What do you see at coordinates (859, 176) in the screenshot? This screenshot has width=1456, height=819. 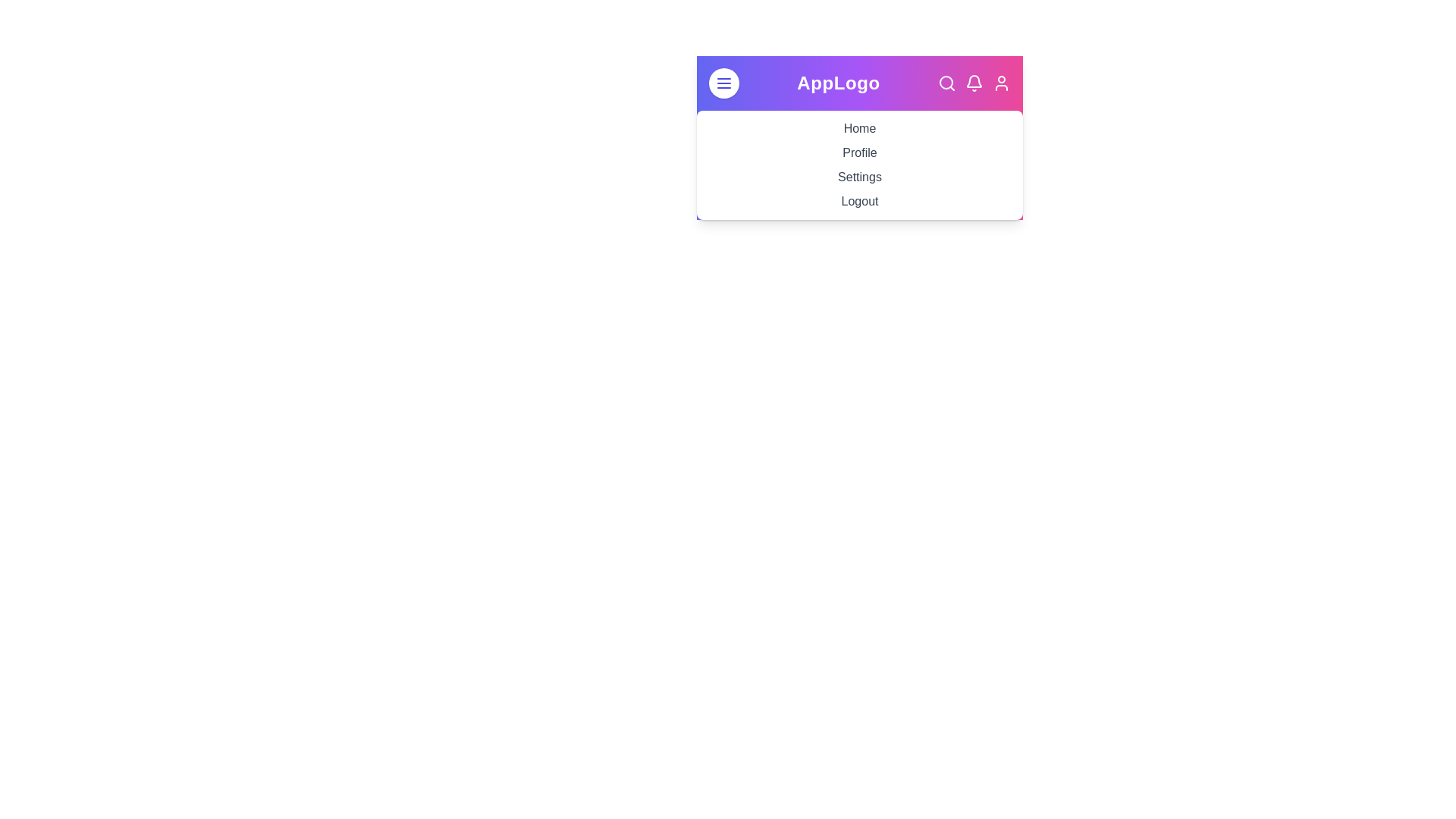 I see `the menu item Settings in the expanded menu` at bounding box center [859, 176].